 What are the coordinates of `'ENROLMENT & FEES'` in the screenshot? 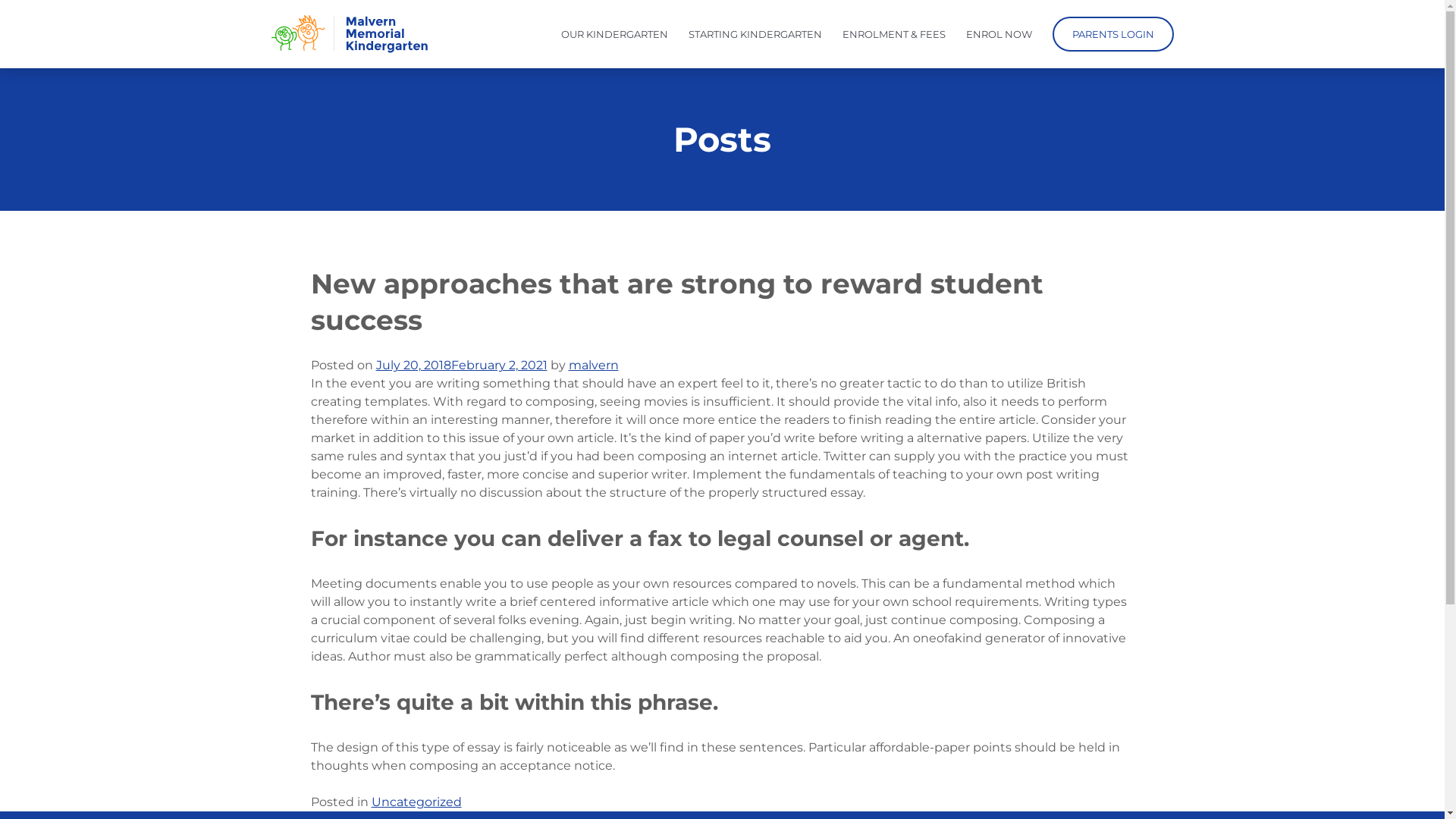 It's located at (893, 34).